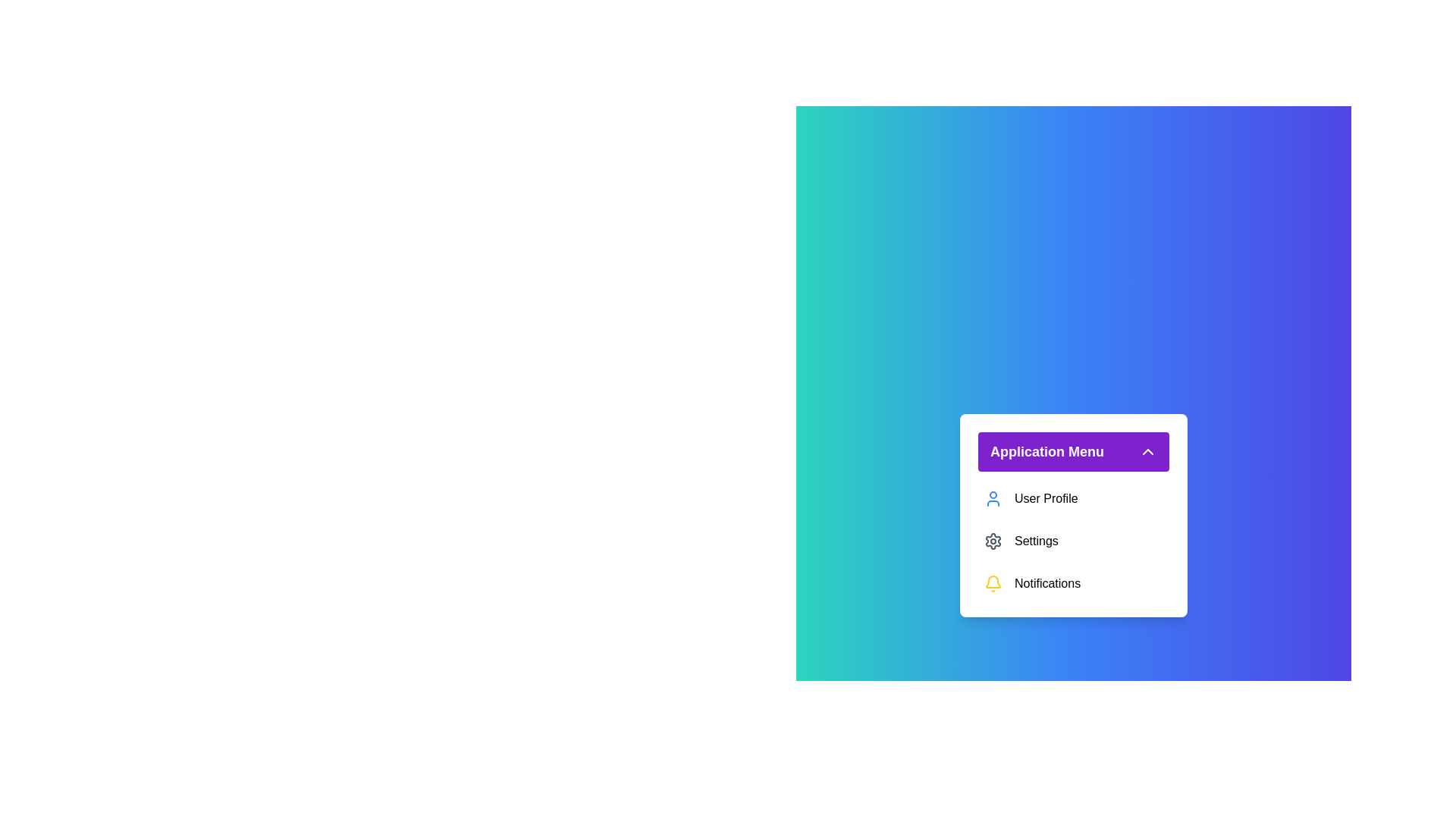 The height and width of the screenshot is (819, 1456). I want to click on the 'Notifications' item in the menu, so click(1073, 583).